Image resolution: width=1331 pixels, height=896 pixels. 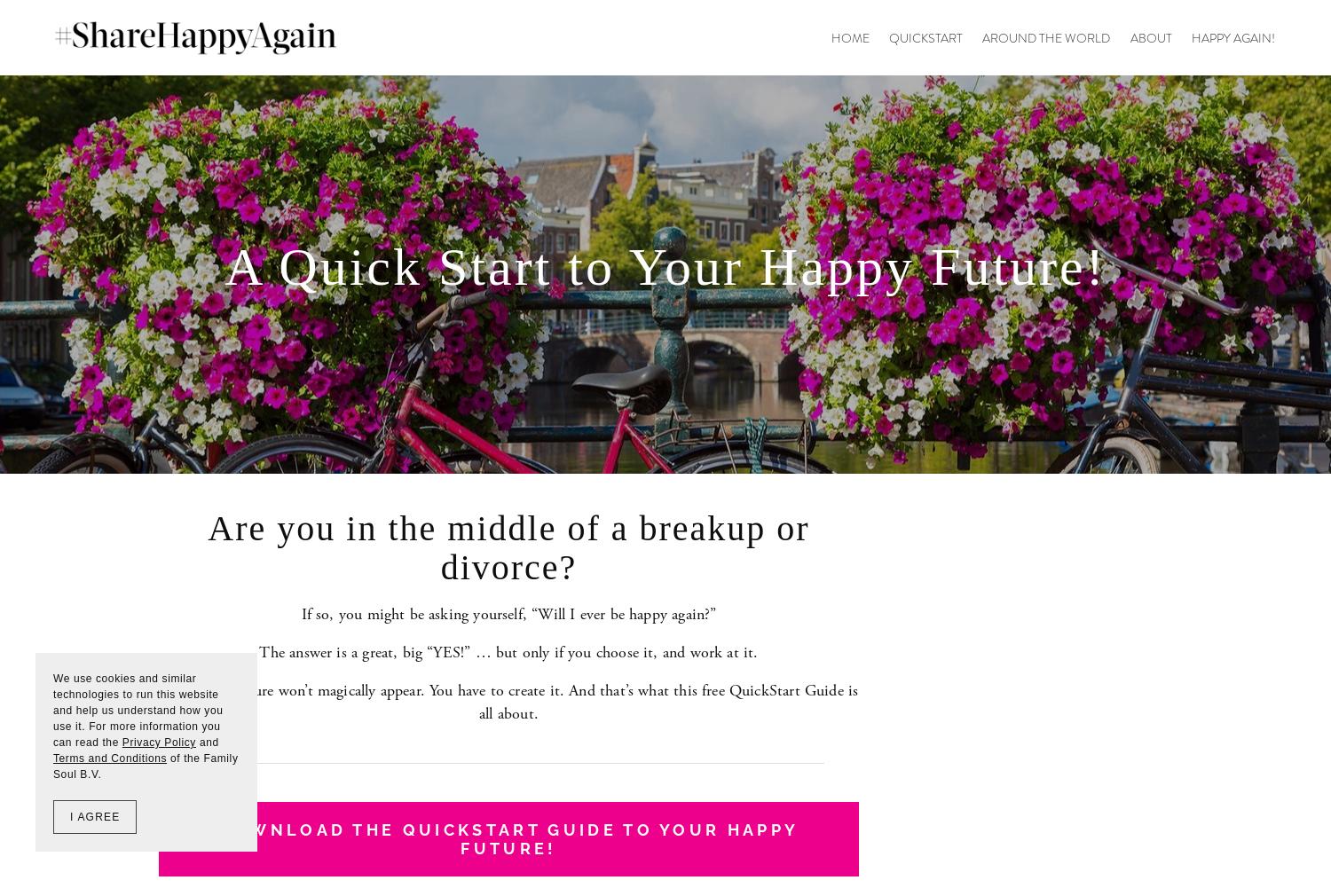 I want to click on 'If so, you might be asking yourself, “Will I ever be happy again?”', so click(x=300, y=613).